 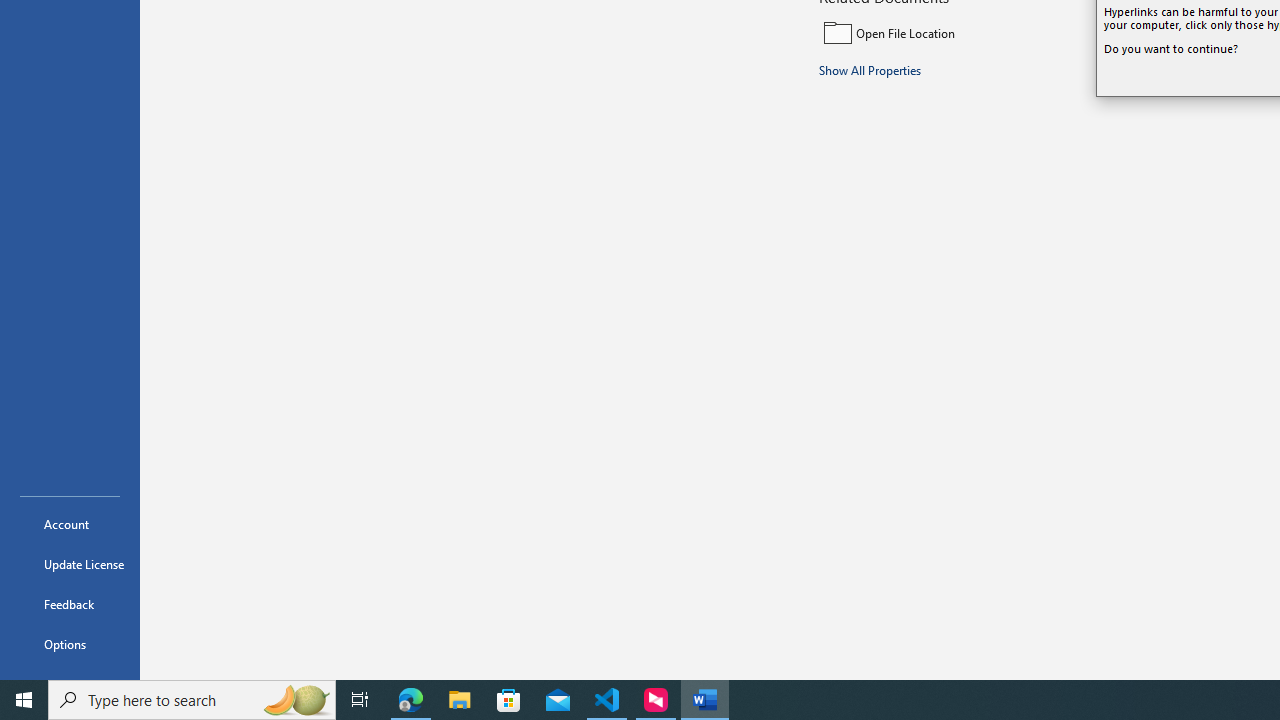 What do you see at coordinates (294, 698) in the screenshot?
I see `'Search highlights icon opens search home window'` at bounding box center [294, 698].